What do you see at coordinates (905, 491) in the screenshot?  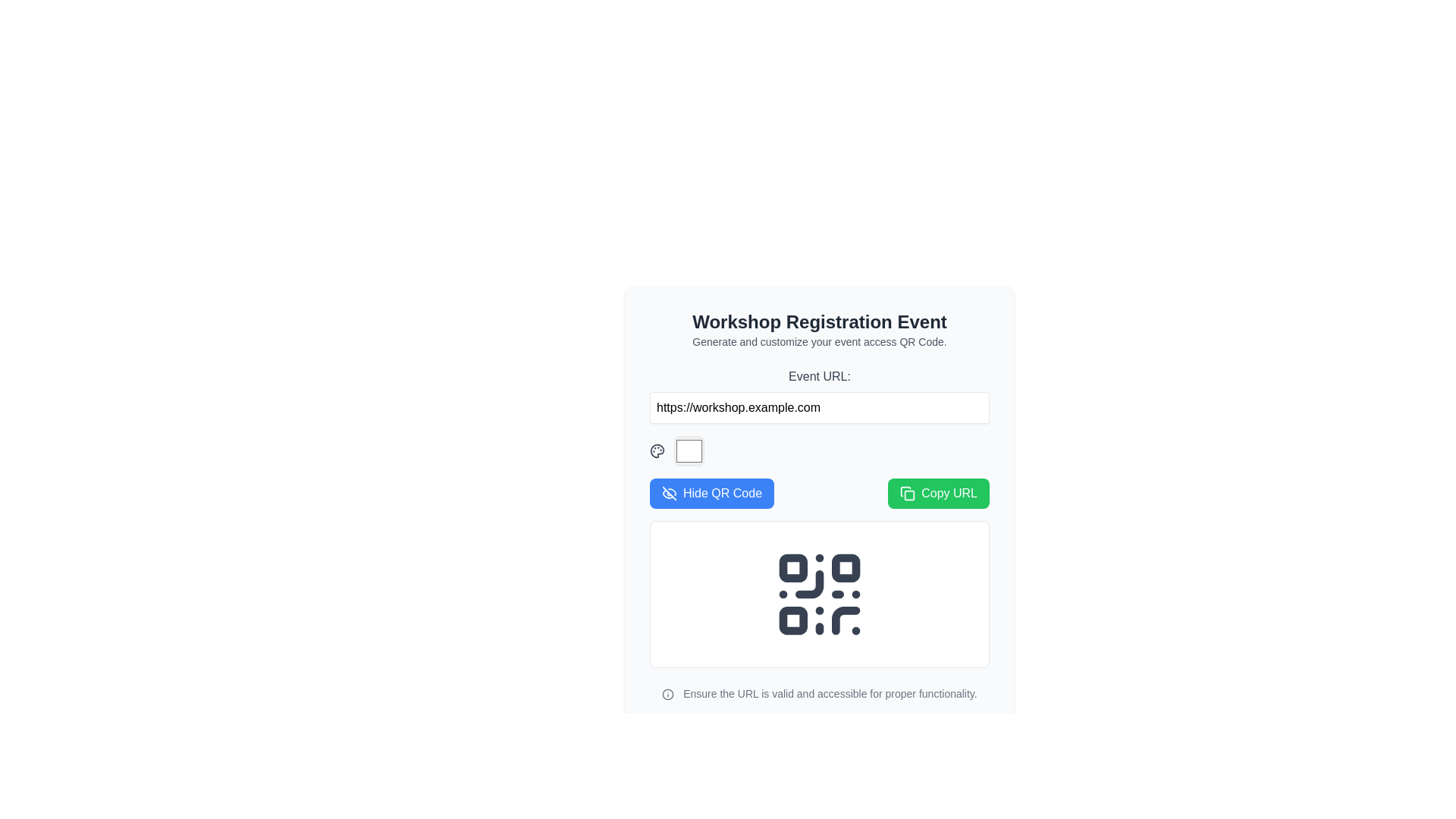 I see `the minimalist vector graphic icon located in the center-right section of the toolbar, which represents an action or status symbol` at bounding box center [905, 491].